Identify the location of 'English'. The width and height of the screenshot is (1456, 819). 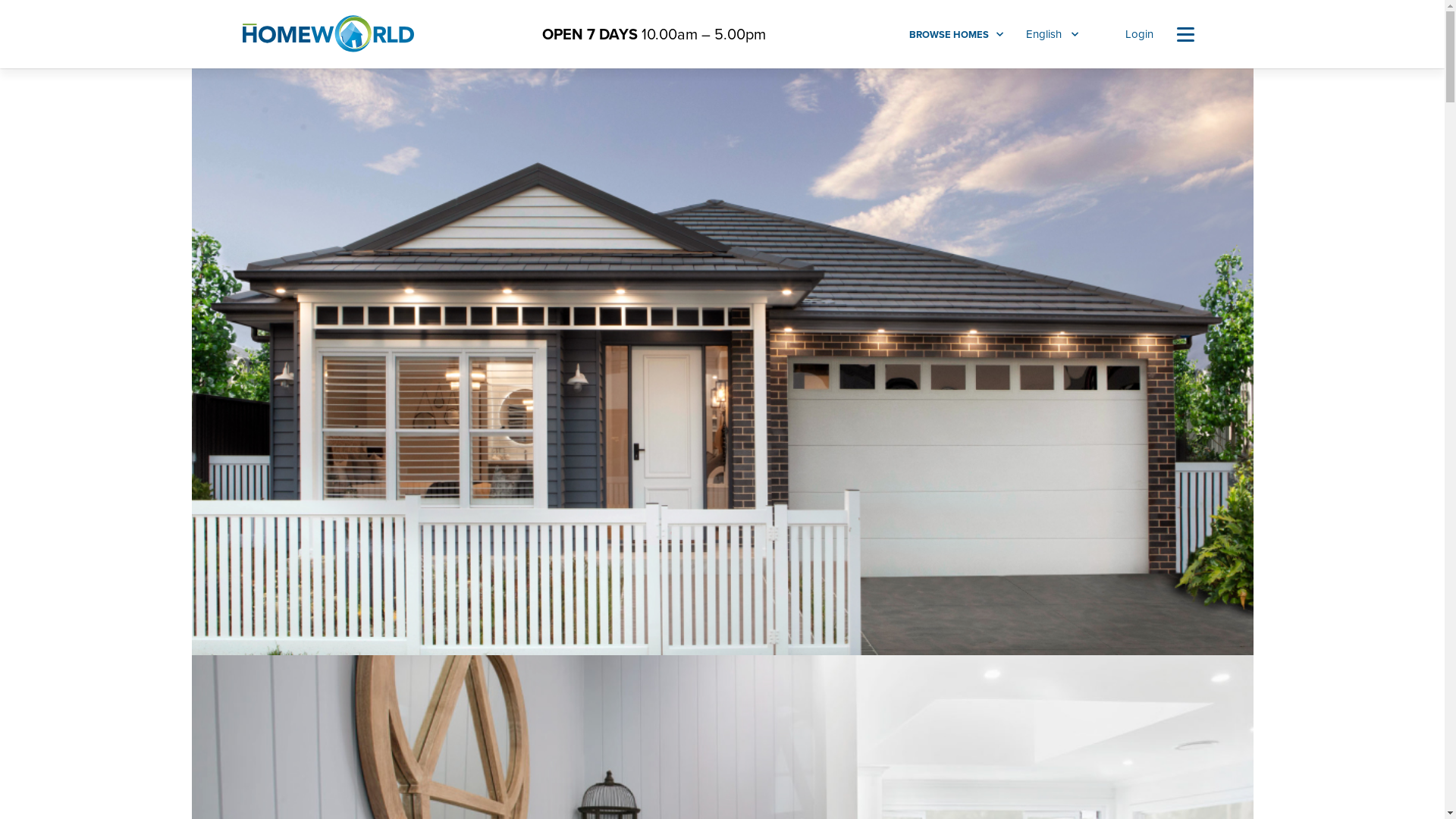
(1051, 34).